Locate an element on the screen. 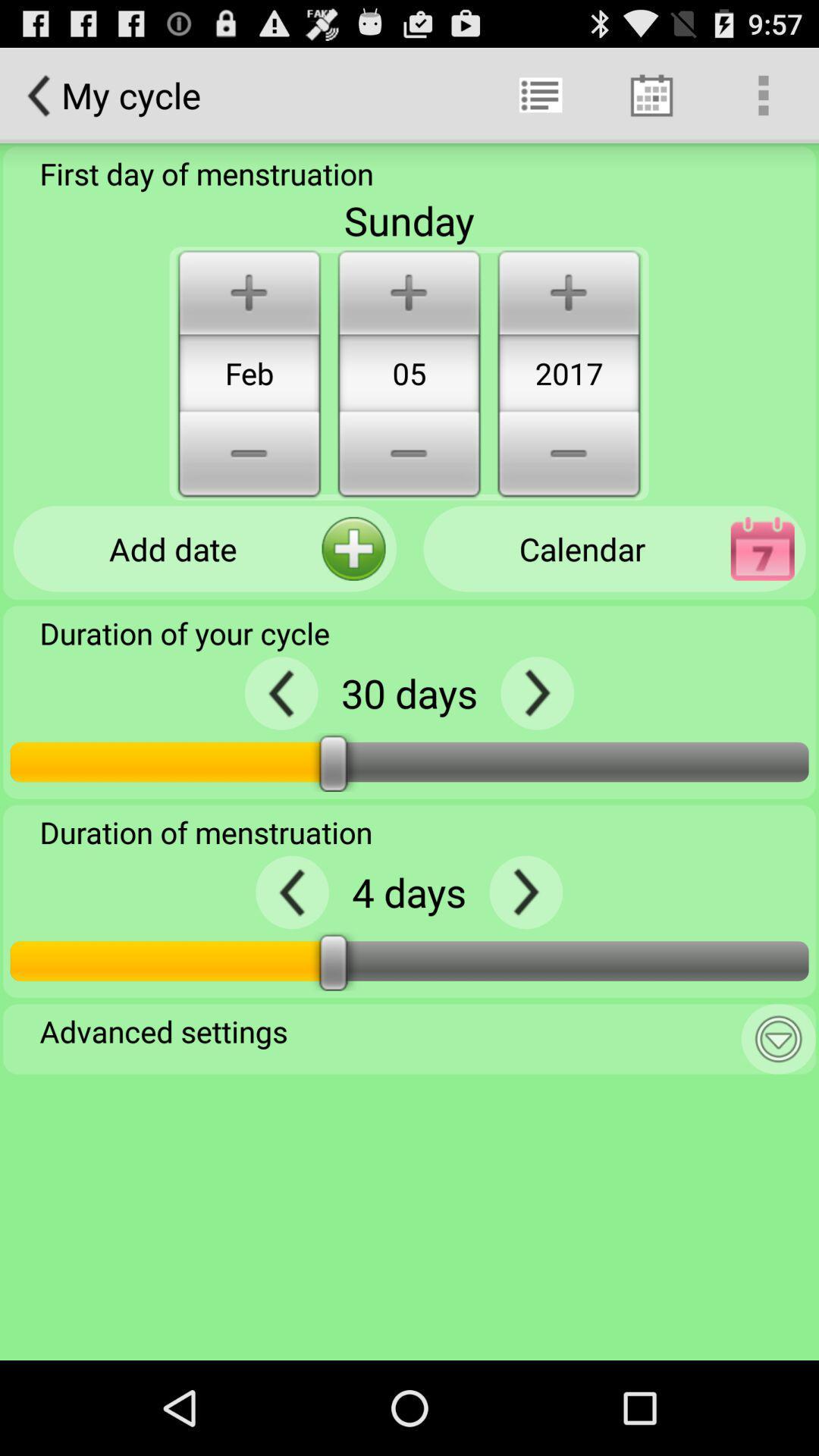 The width and height of the screenshot is (819, 1456). the arrow_backward icon is located at coordinates (292, 954).